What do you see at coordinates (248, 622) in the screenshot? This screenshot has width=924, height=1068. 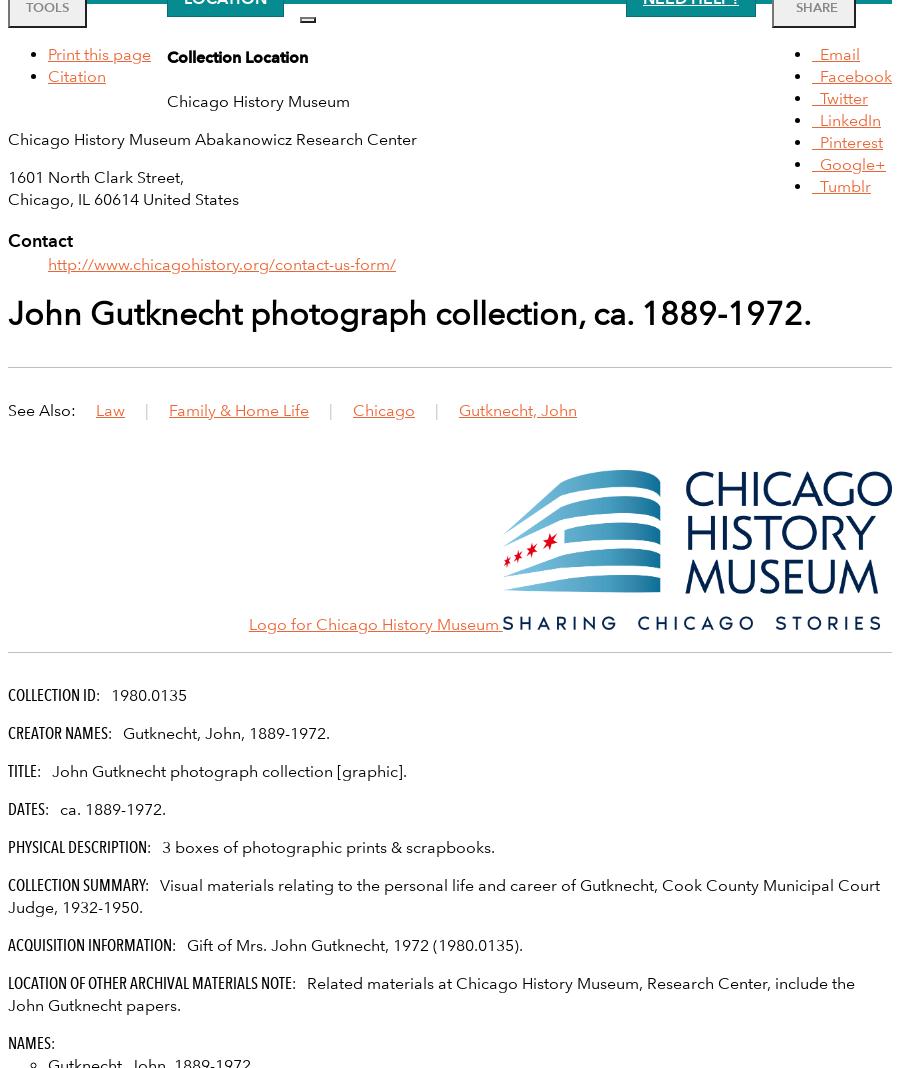 I see `'Logo for Chicago History Museum'` at bounding box center [248, 622].